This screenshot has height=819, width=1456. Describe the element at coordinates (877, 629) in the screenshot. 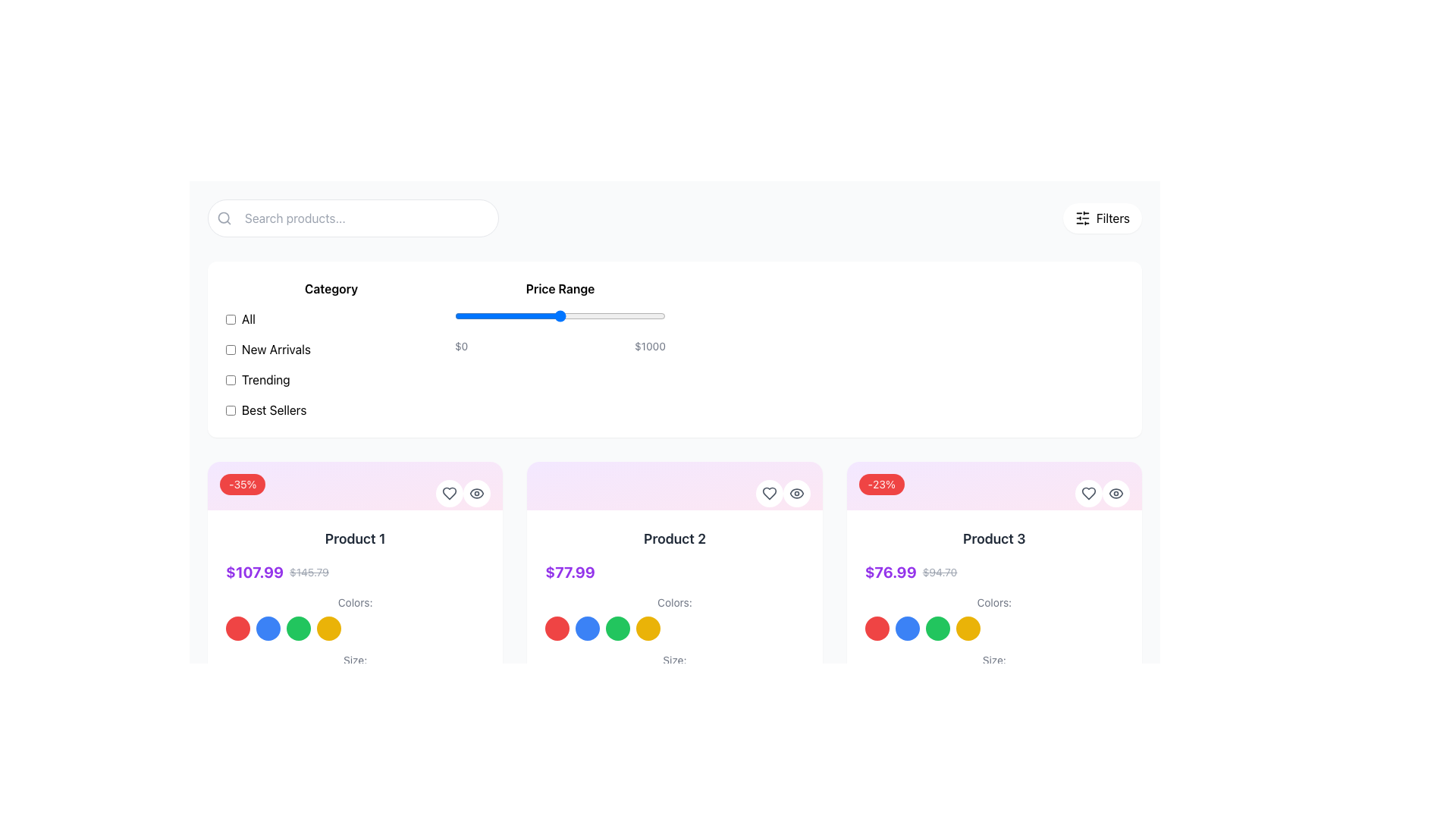

I see `the first circular color option selector representing red for accessibility navigation` at that location.